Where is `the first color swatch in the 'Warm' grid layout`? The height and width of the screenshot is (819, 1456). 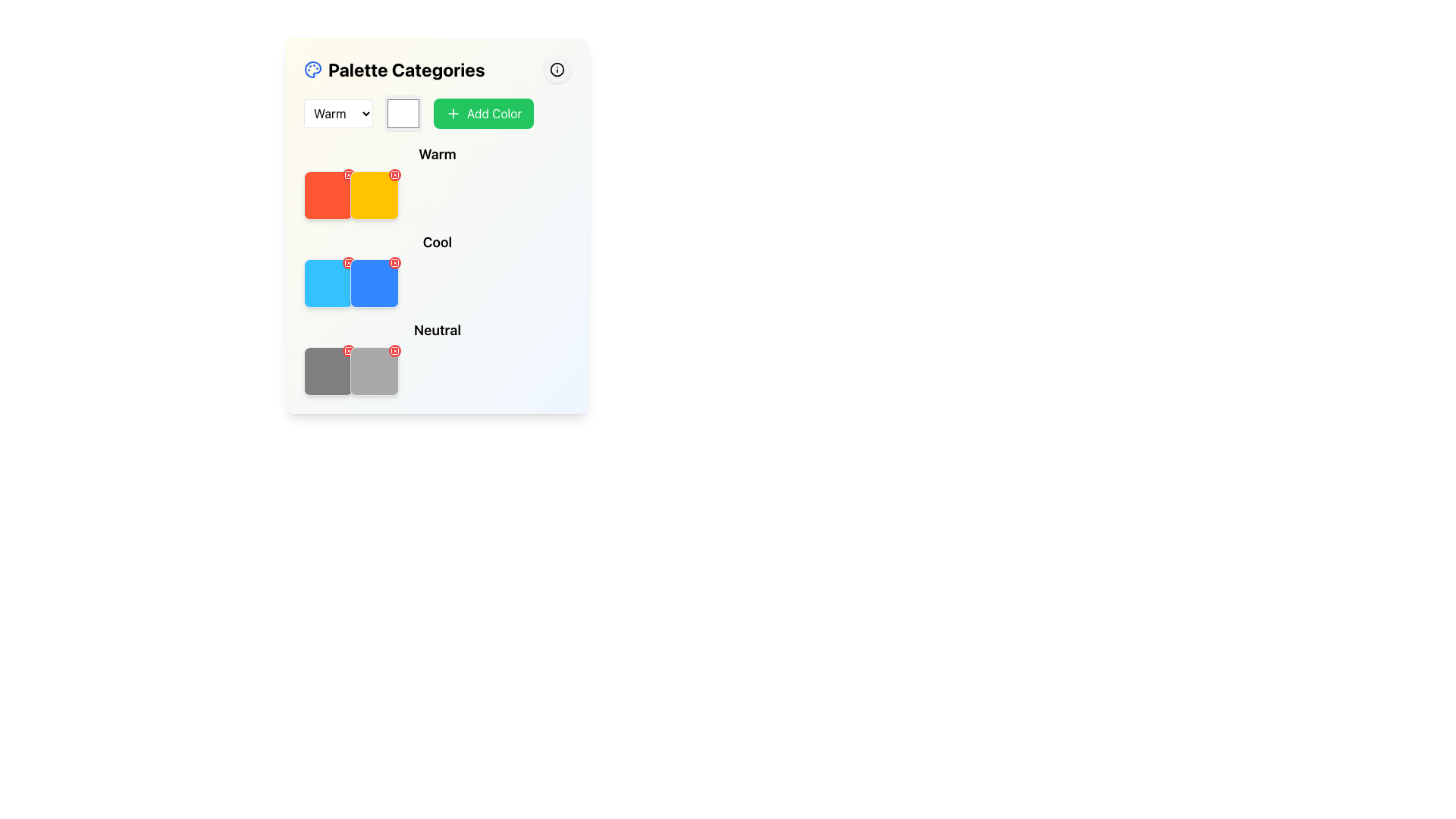 the first color swatch in the 'Warm' grid layout is located at coordinates (327, 195).